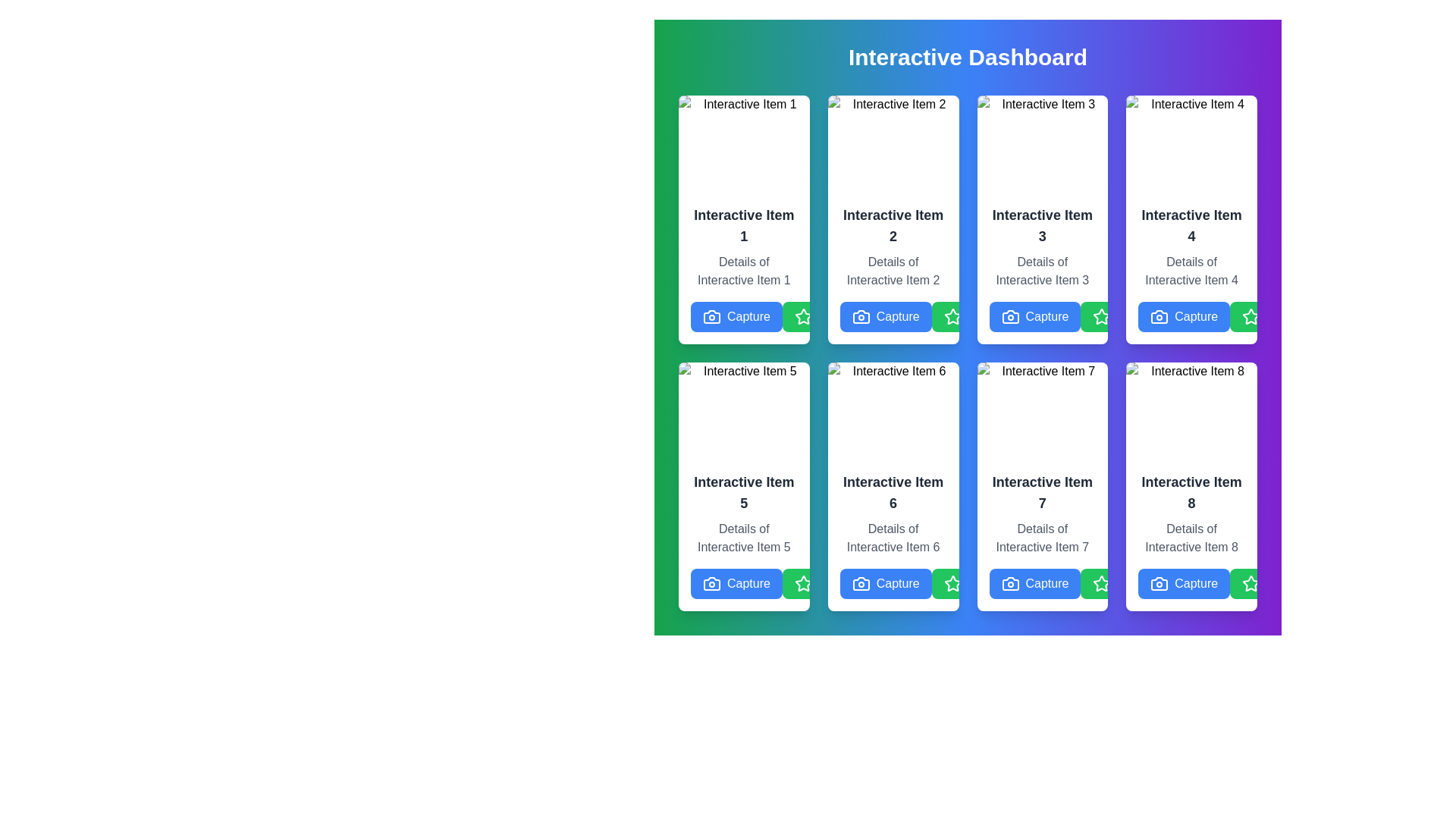  Describe the element at coordinates (1127, 583) in the screenshot. I see `the second button in the group of three buttons located in the bottom-right corner of the card for 'Interactive Item 7' to mark it as a favorite` at that location.